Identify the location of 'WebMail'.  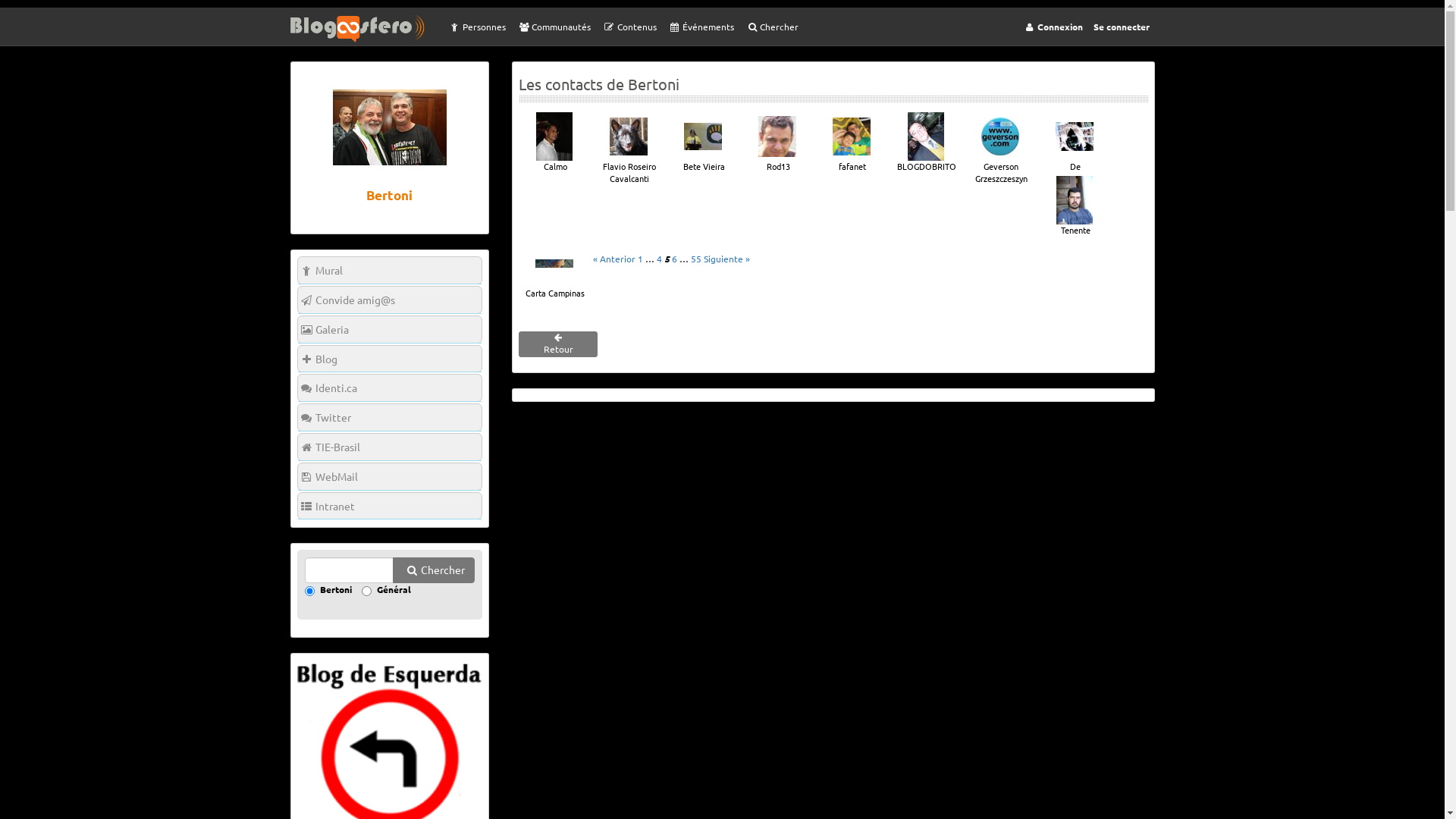
(389, 475).